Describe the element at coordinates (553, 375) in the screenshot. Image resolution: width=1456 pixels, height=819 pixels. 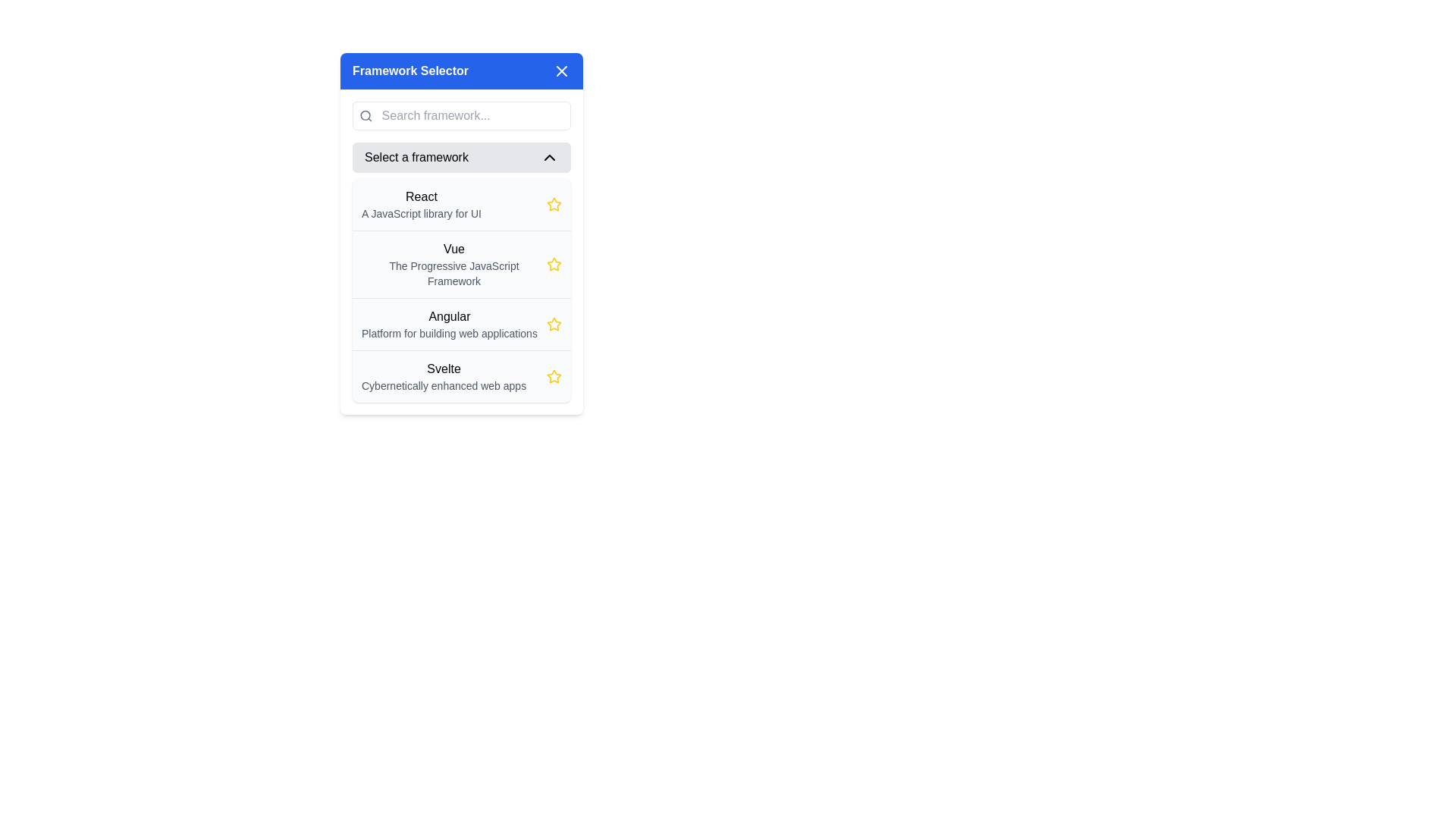
I see `the second star icon adjacent to the 'Vue' option in the dropdown list` at that location.